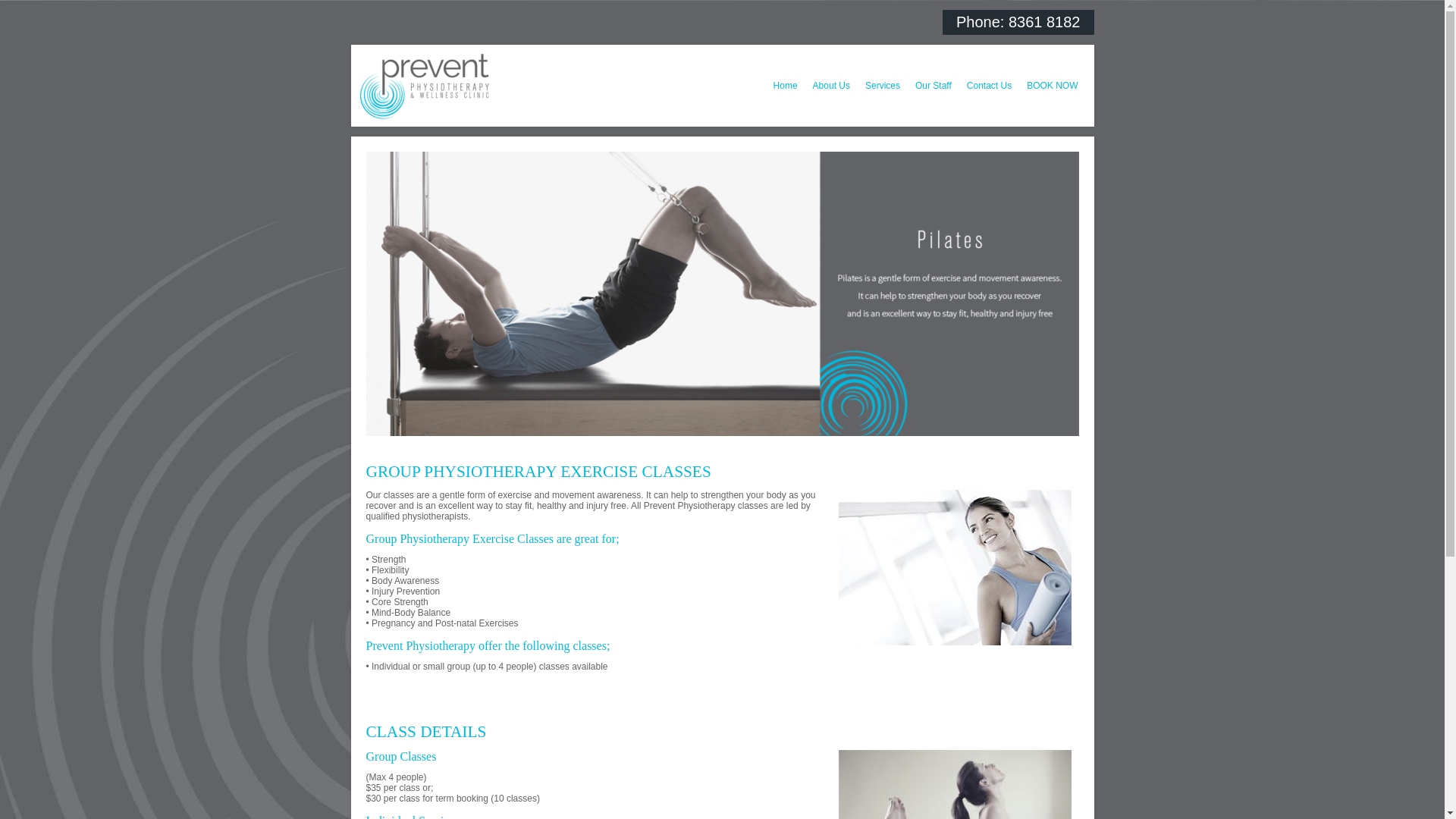 This screenshot has height=819, width=1456. I want to click on 'BOOK NOW', so click(1051, 85).